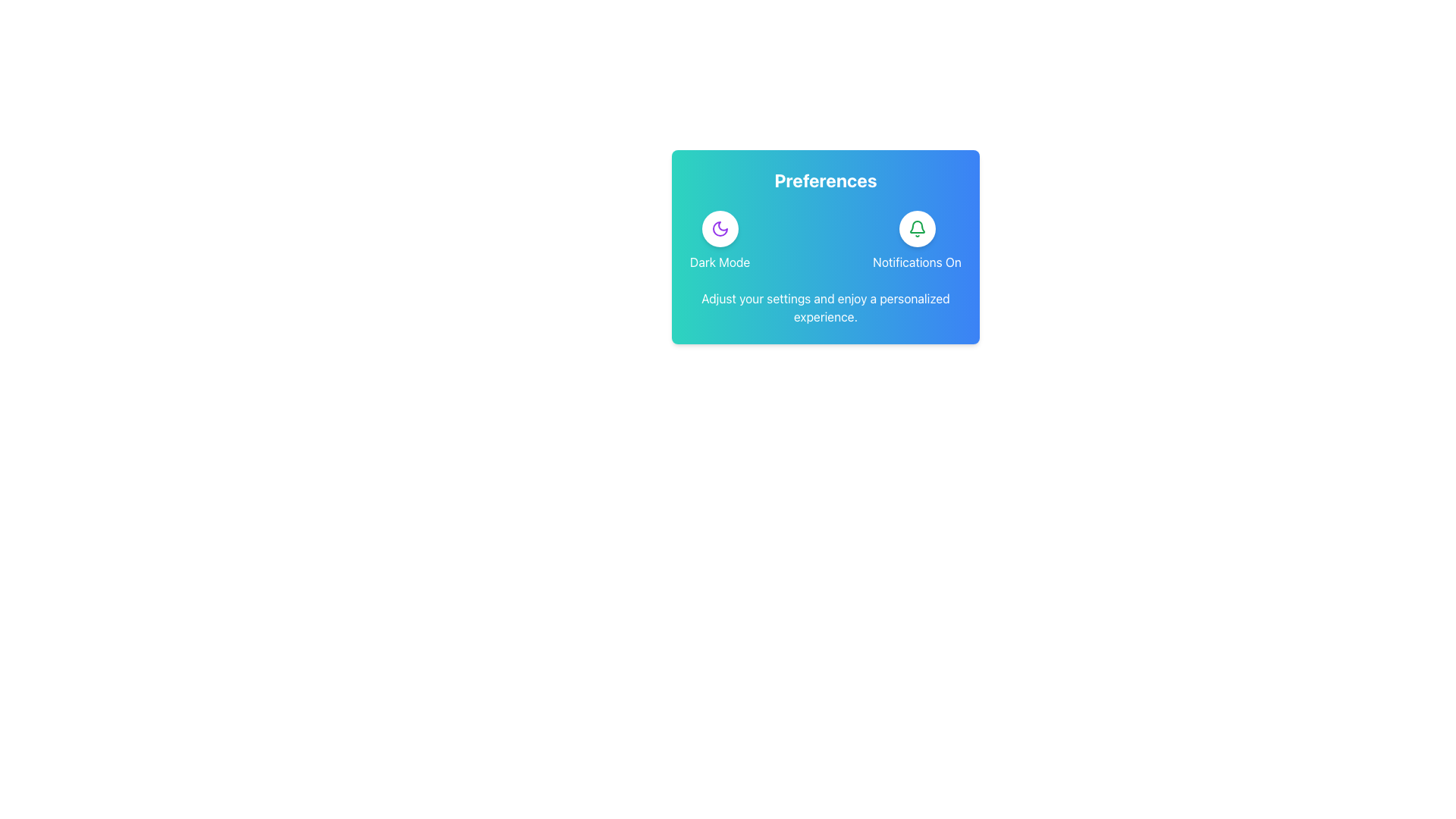 The width and height of the screenshot is (1456, 819). I want to click on the dark mode toggle button located in the top-left corner of the 'Dark Mode' section within the preferences card, so click(719, 228).